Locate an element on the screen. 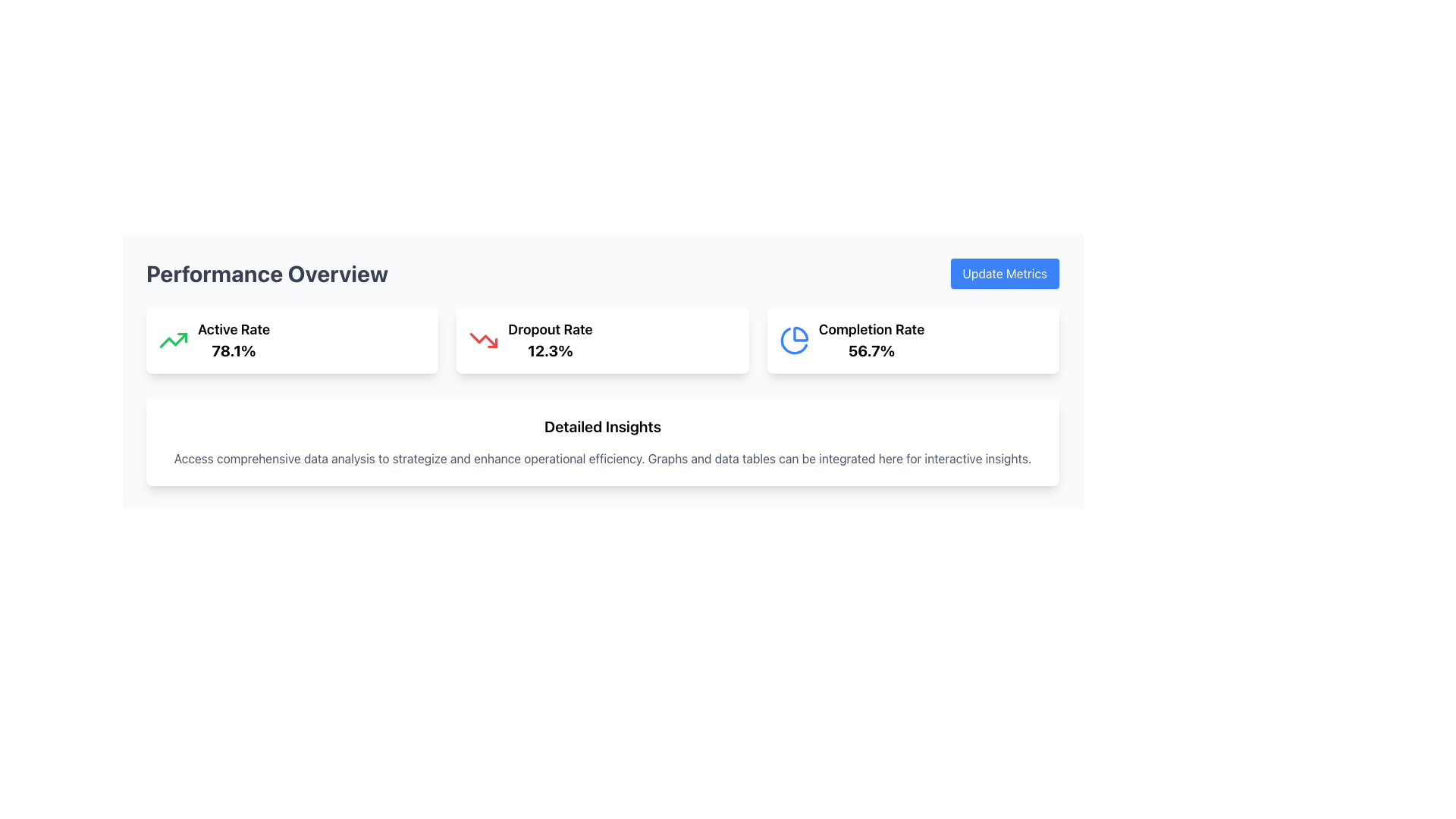  the blue pie chart icon in the rightmost Information display card labeled 'Completion Rate' if it is interactive is located at coordinates (852, 339).